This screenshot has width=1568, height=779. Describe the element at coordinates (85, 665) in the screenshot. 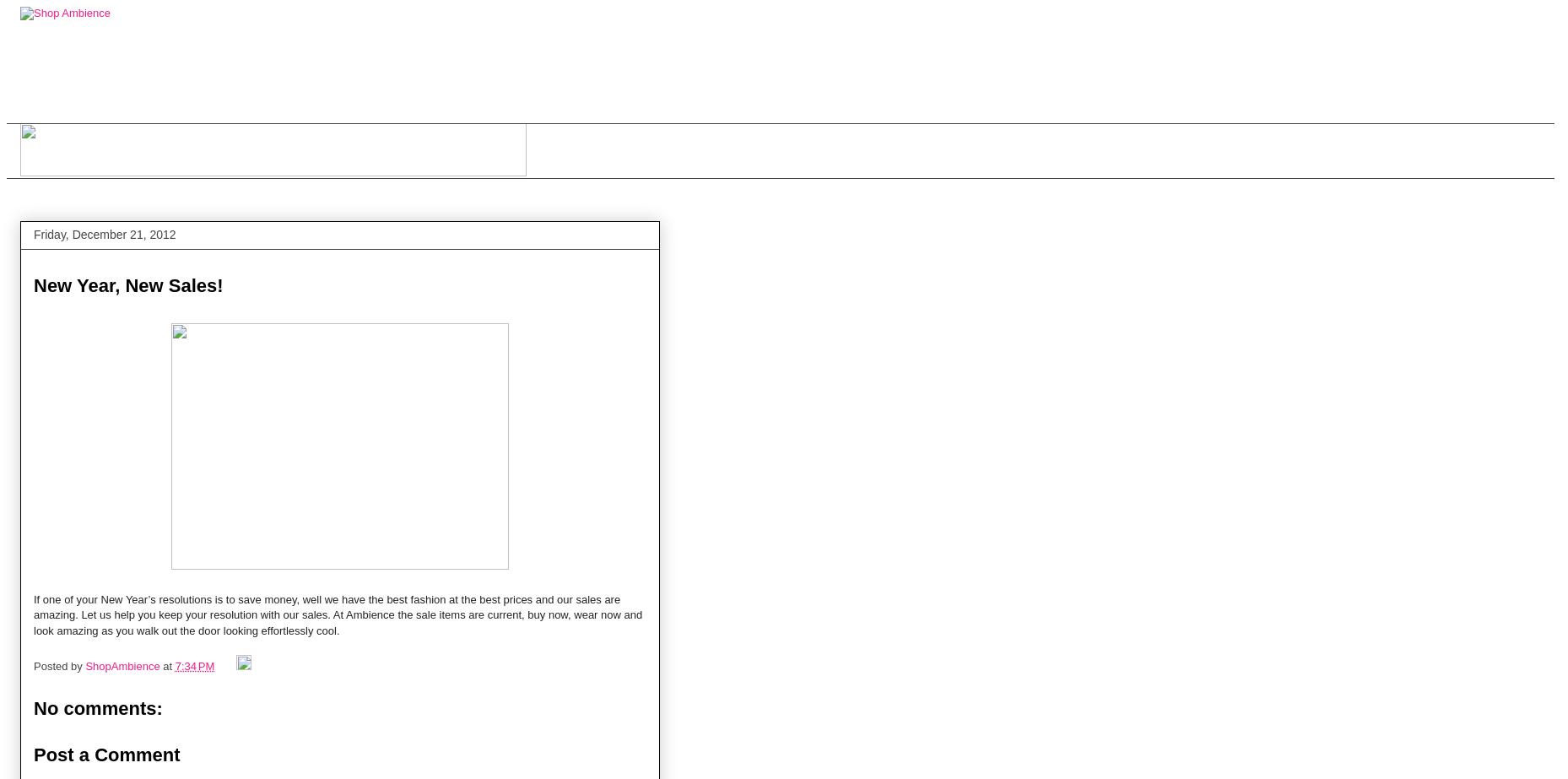

I see `'ShopAmbience'` at that location.